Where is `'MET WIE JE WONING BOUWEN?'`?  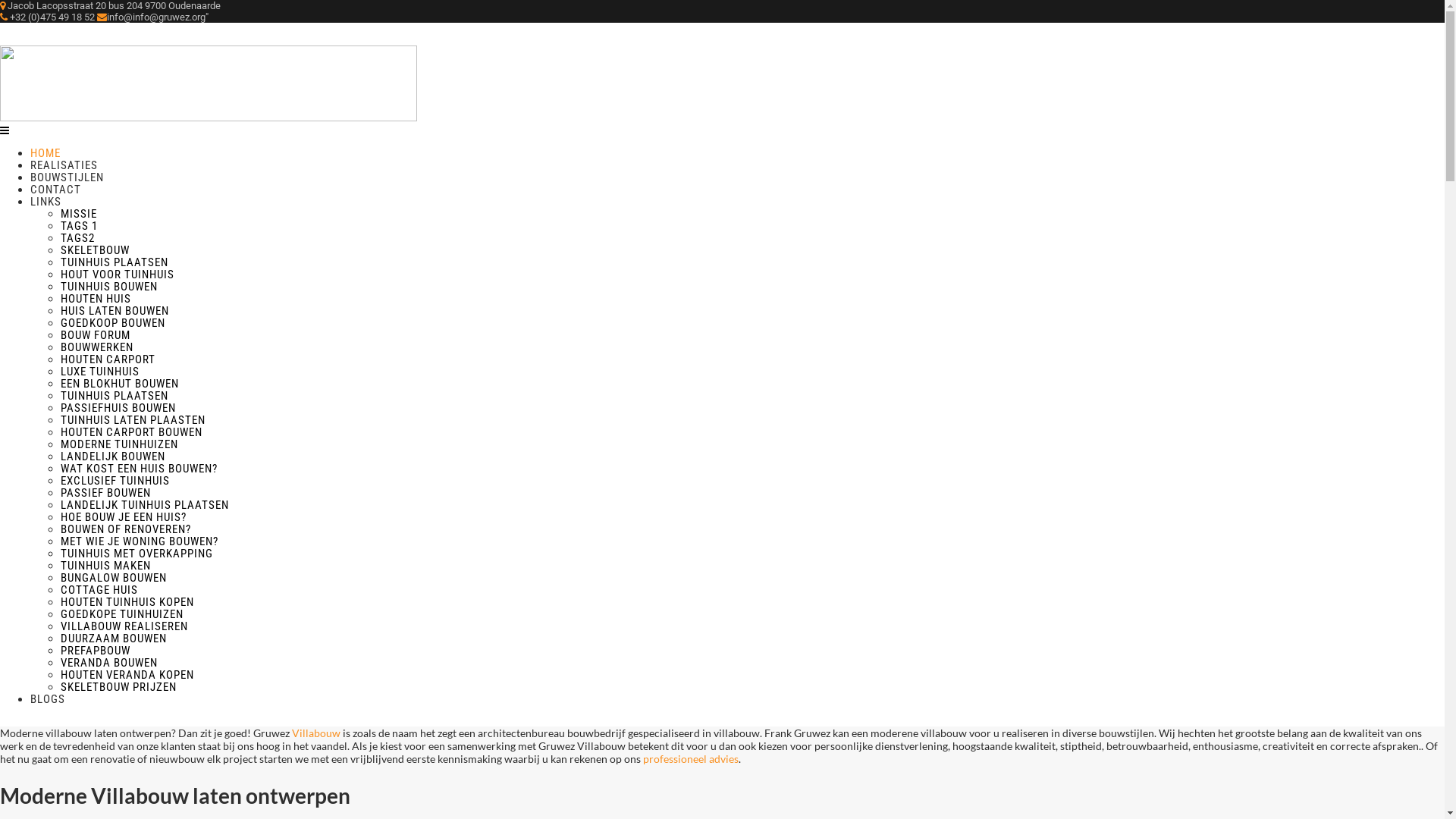
'MET WIE JE WONING BOUWEN?' is located at coordinates (61, 540).